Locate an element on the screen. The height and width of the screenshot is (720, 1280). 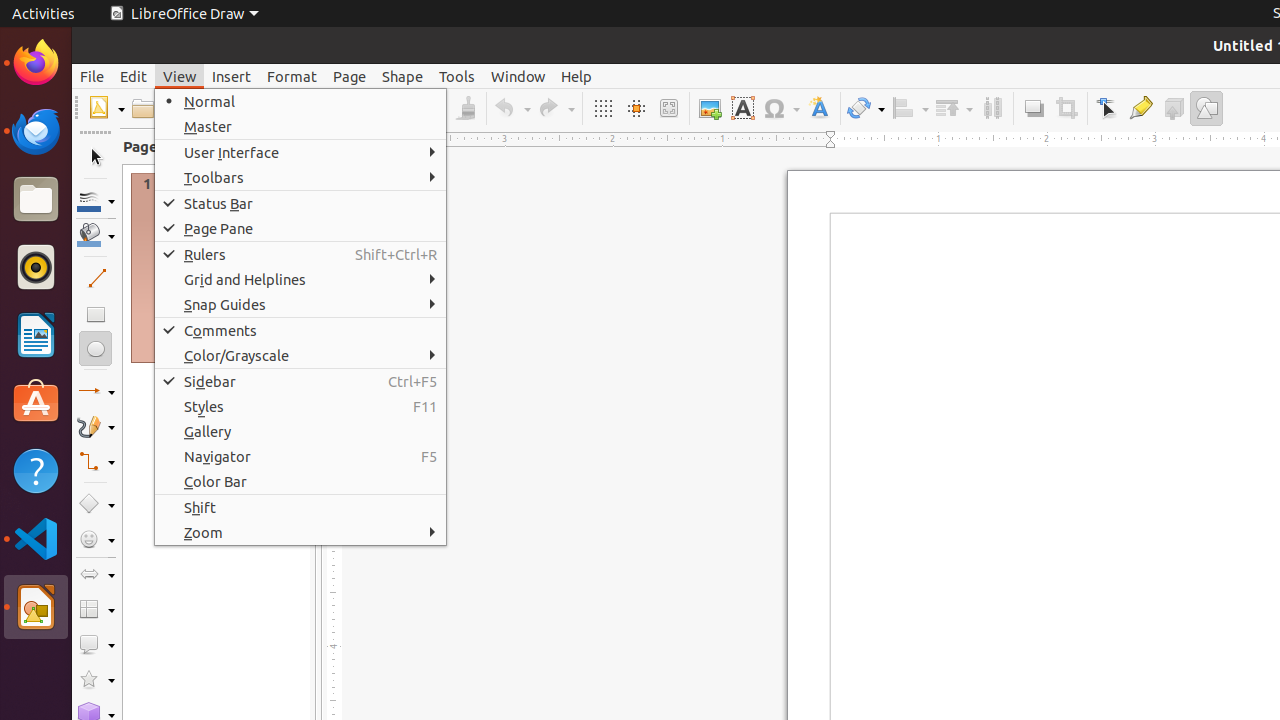
'Image' is located at coordinates (709, 108).